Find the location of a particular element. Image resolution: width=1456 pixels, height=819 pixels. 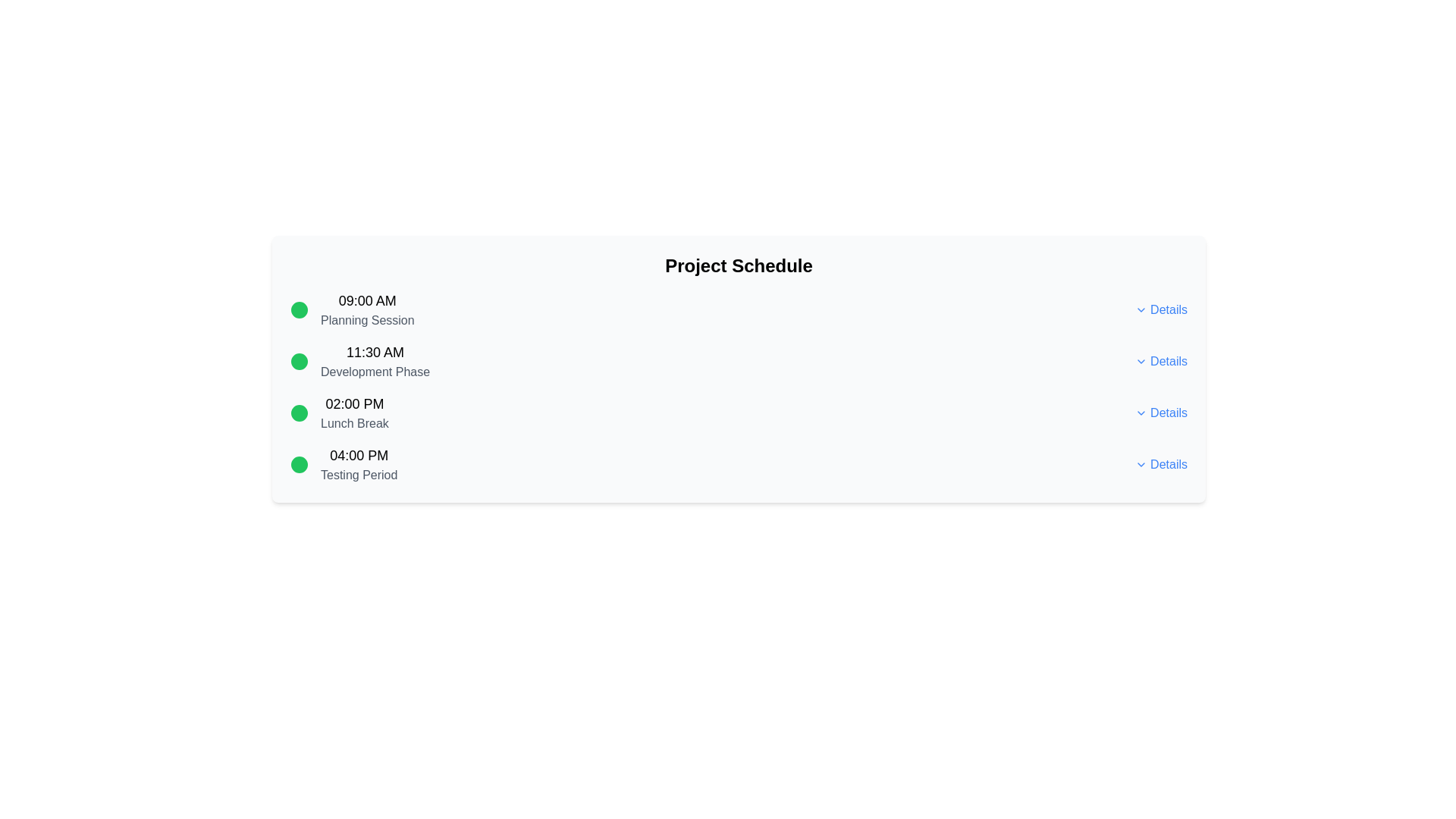

the text block displaying '04:00 PM' and 'Testing Period' in the 'Project Schedule' section, which is the fourth item in the list is located at coordinates (358, 464).